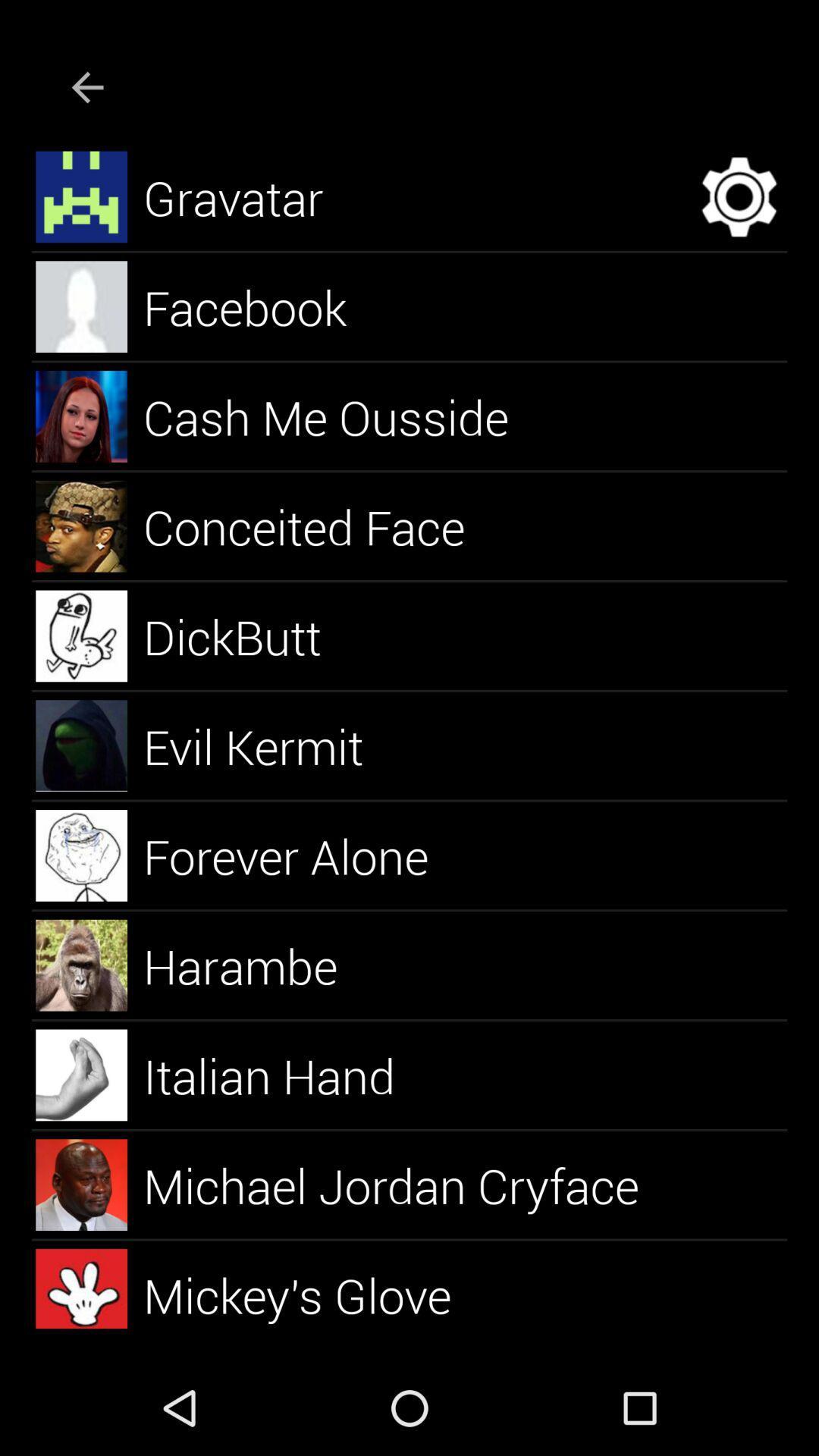 This screenshot has height=1456, width=819. Describe the element at coordinates (262, 306) in the screenshot. I see `facebook` at that location.